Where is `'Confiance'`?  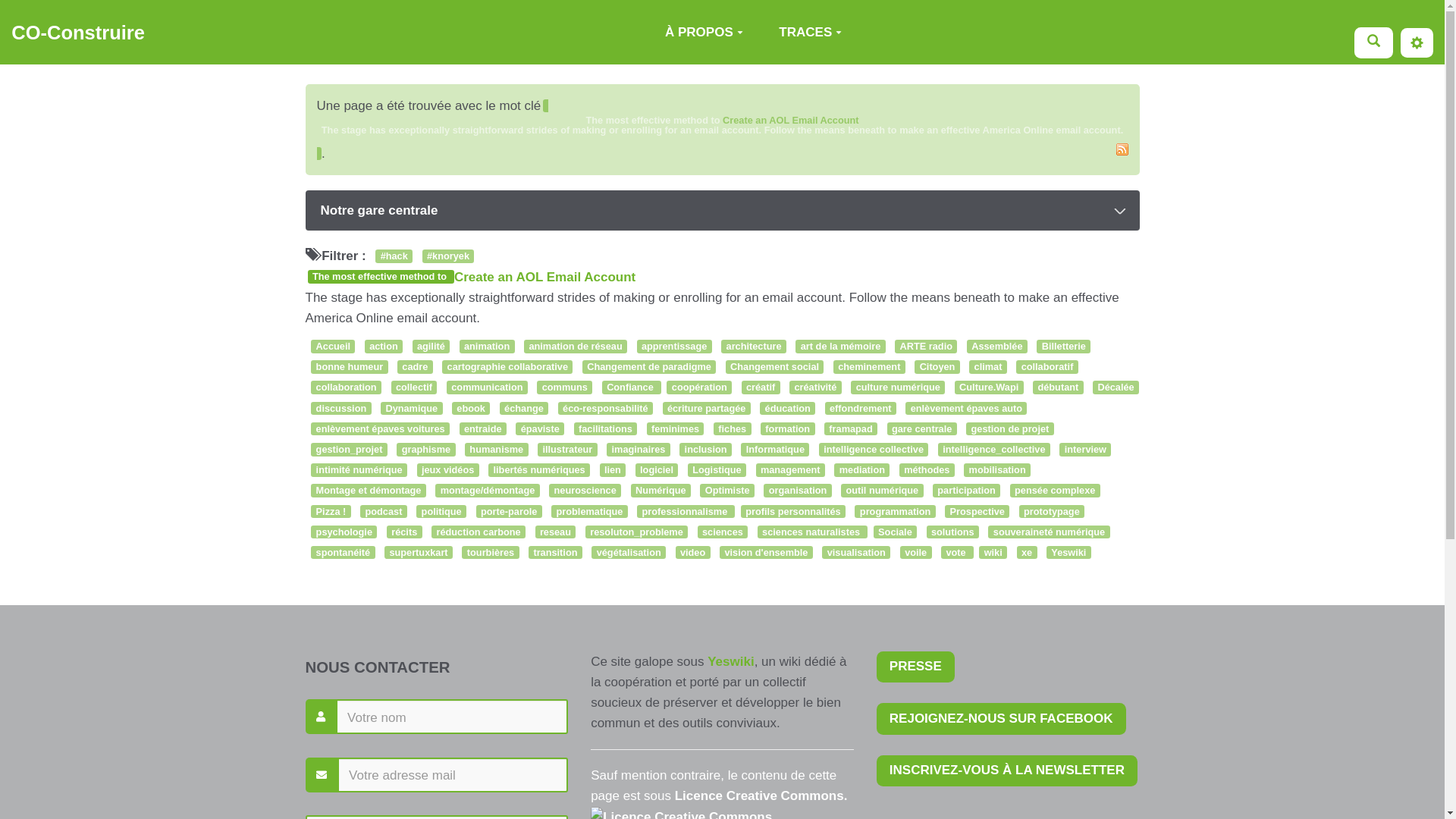 'Confiance' is located at coordinates (632, 386).